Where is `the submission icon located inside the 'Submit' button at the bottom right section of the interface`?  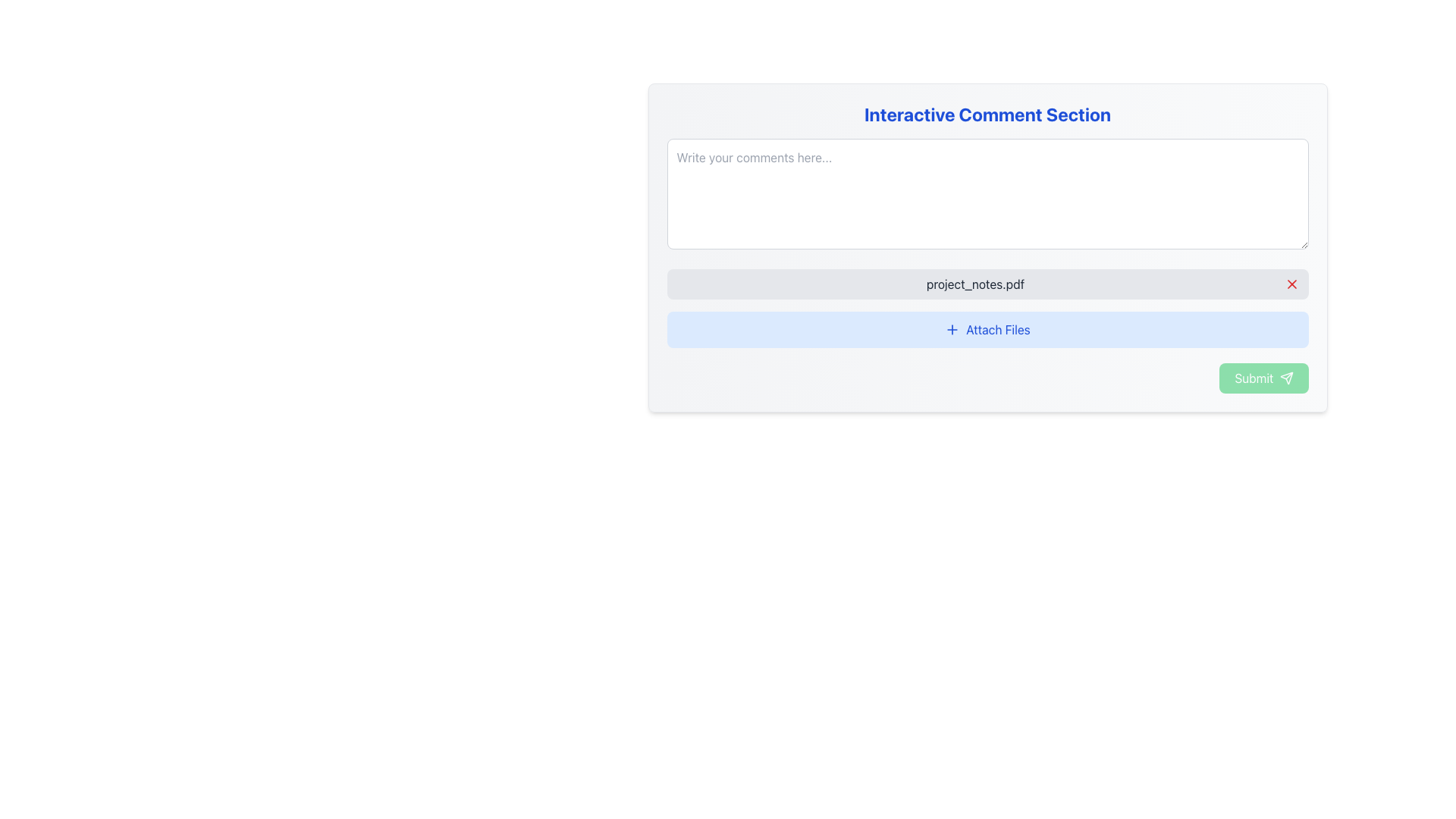
the submission icon located inside the 'Submit' button at the bottom right section of the interface is located at coordinates (1285, 377).